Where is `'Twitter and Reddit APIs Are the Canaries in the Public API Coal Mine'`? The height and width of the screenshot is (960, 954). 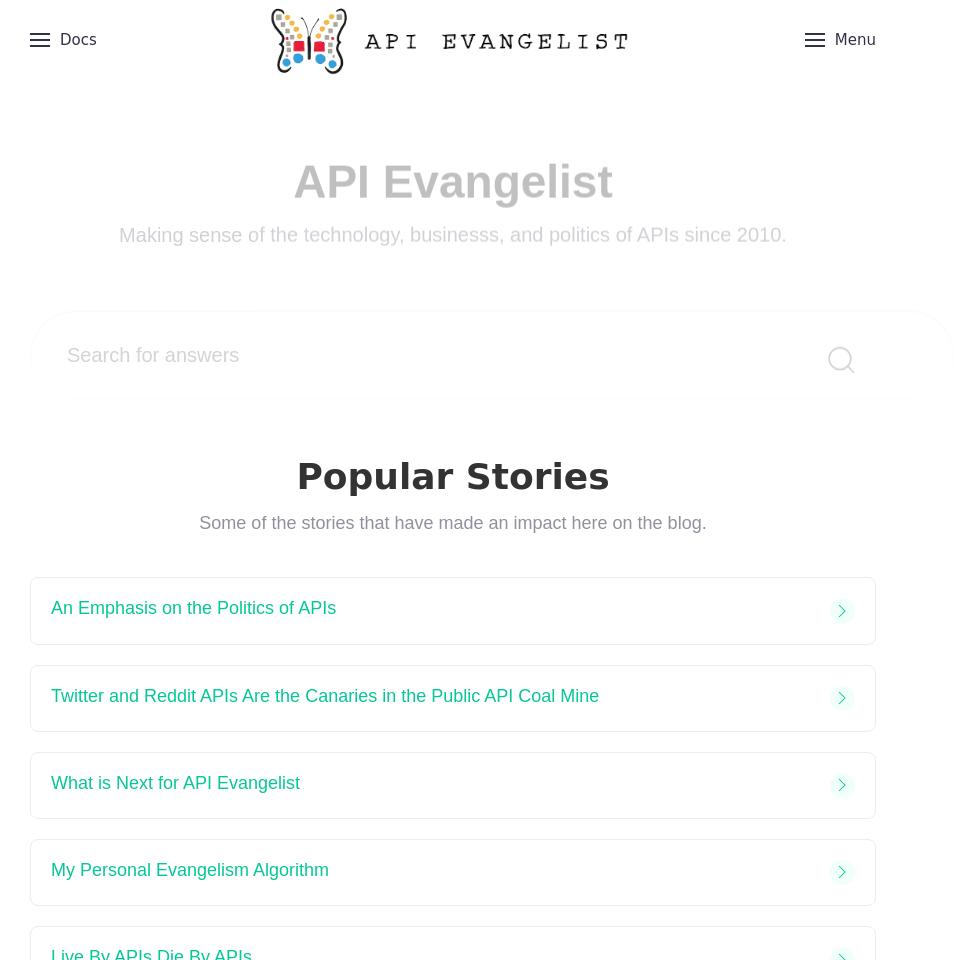 'Twitter and Reddit APIs Are the Canaries in the Public API Coal Mine' is located at coordinates (325, 695).